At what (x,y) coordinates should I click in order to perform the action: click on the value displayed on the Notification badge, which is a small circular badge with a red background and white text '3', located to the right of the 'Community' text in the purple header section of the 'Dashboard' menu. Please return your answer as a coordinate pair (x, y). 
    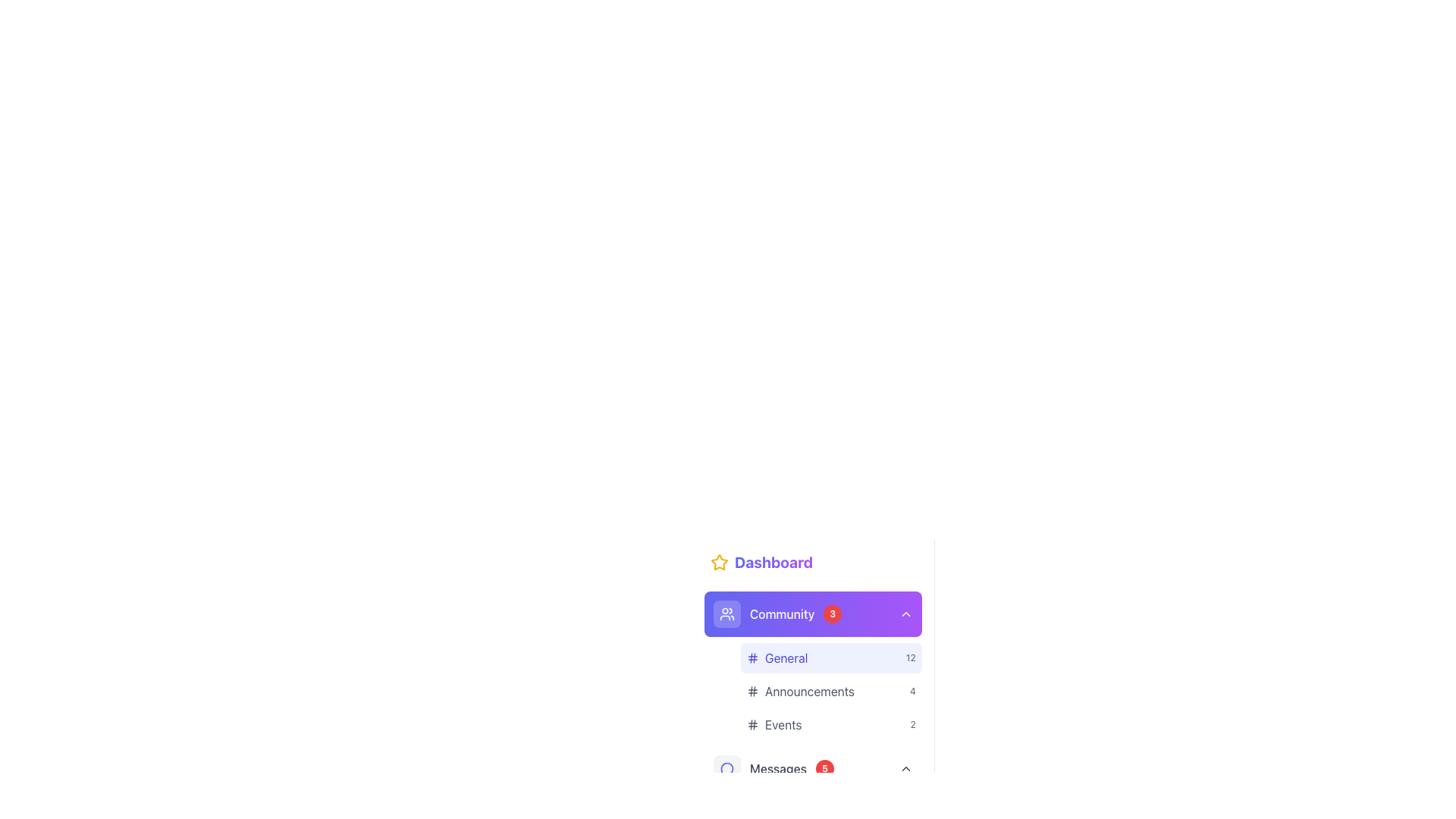
    Looking at the image, I should click on (832, 614).